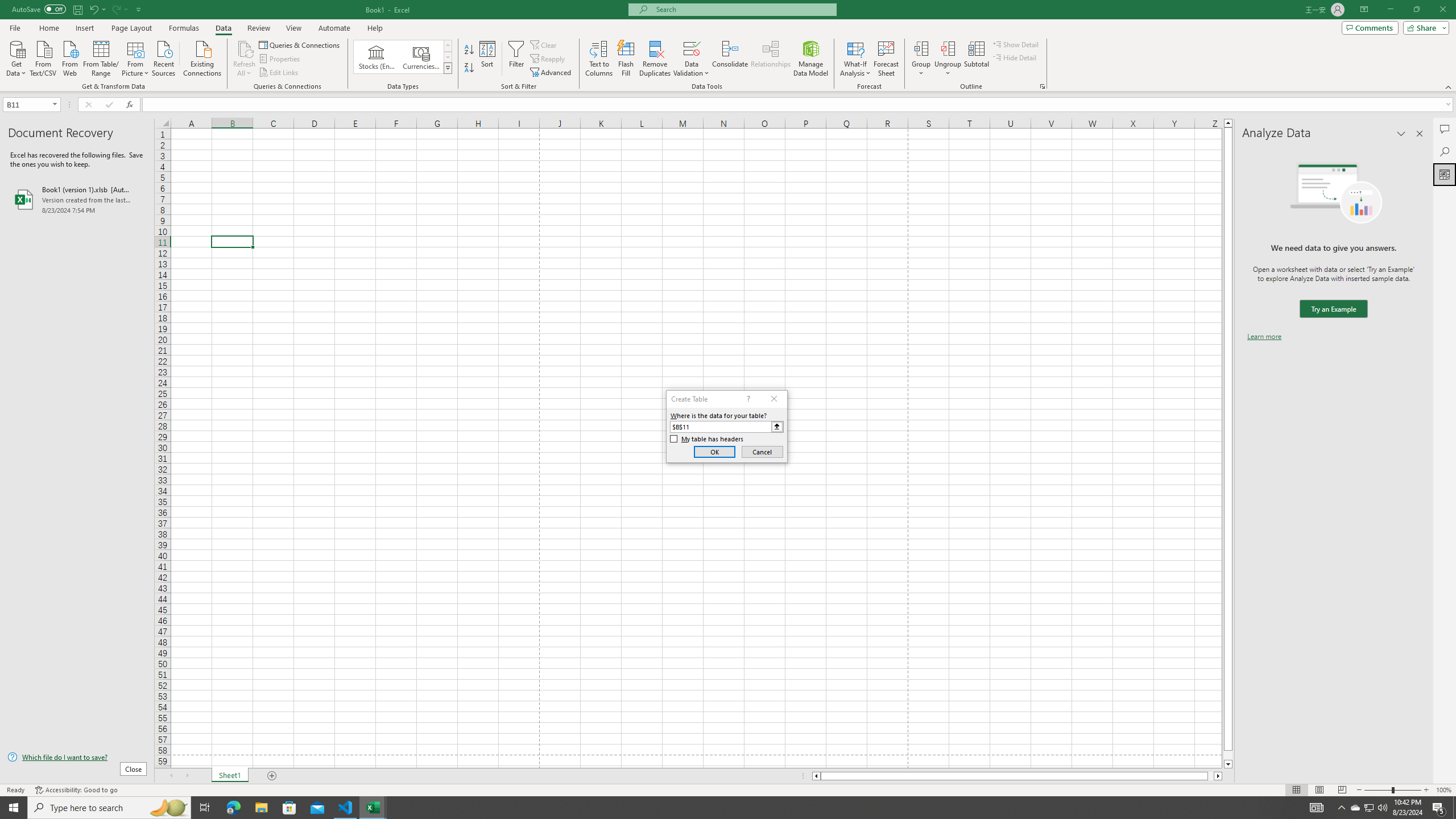  What do you see at coordinates (770, 59) in the screenshot?
I see `'Relationships'` at bounding box center [770, 59].